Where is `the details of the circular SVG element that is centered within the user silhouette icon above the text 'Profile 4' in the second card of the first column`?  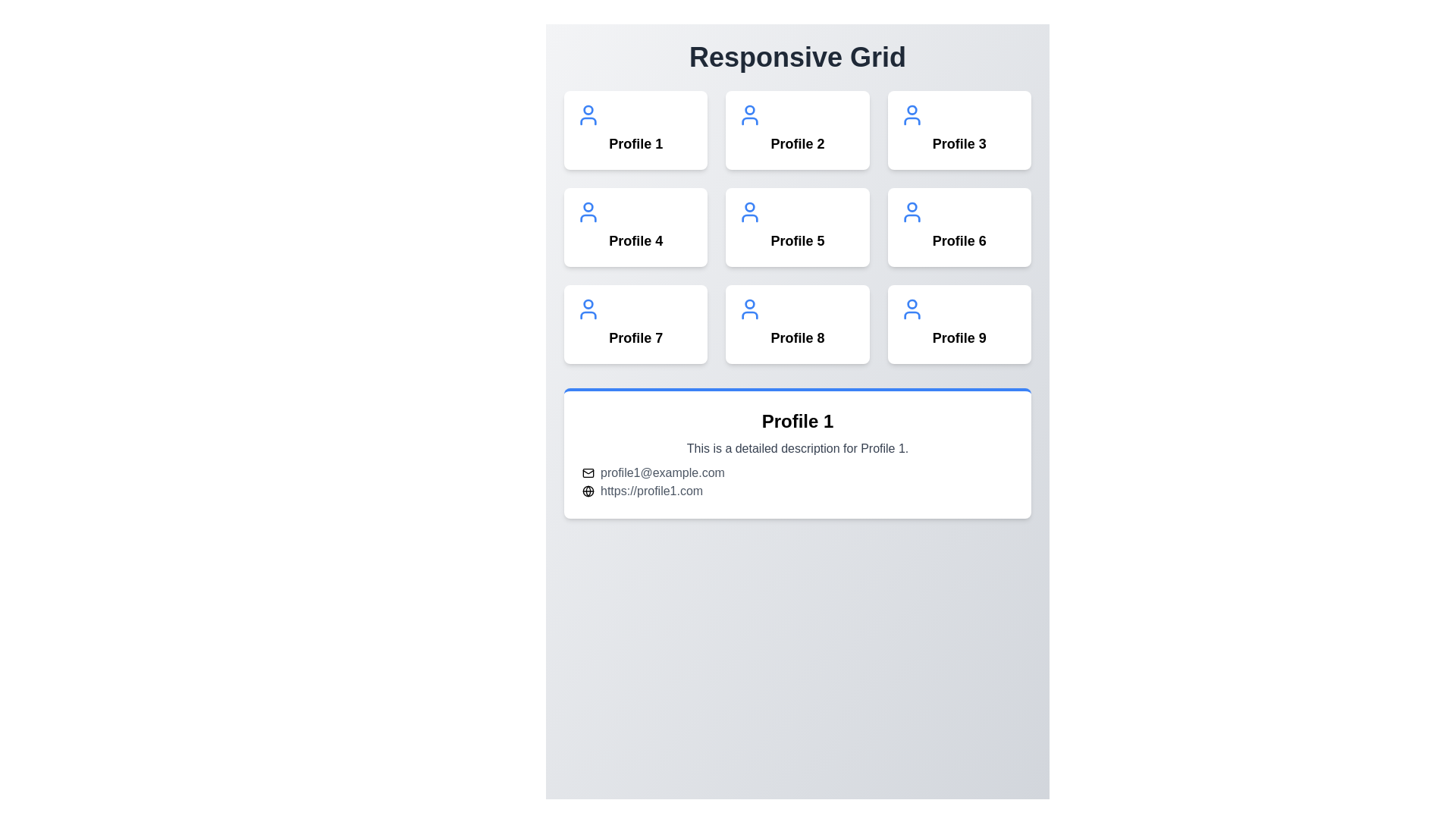 the details of the circular SVG element that is centered within the user silhouette icon above the text 'Profile 4' in the second card of the first column is located at coordinates (588, 207).